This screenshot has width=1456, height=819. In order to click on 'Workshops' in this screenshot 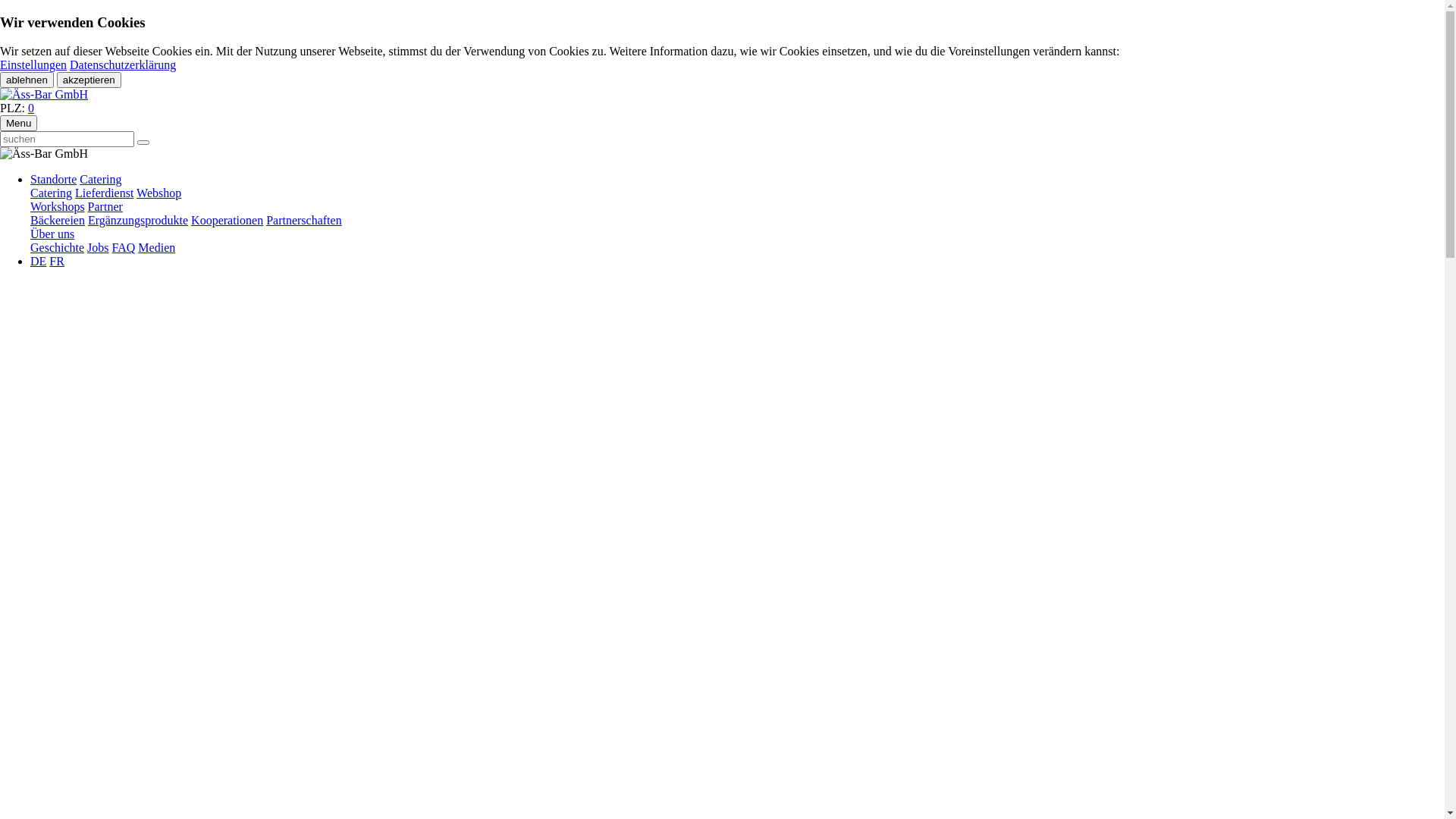, I will do `click(58, 206)`.